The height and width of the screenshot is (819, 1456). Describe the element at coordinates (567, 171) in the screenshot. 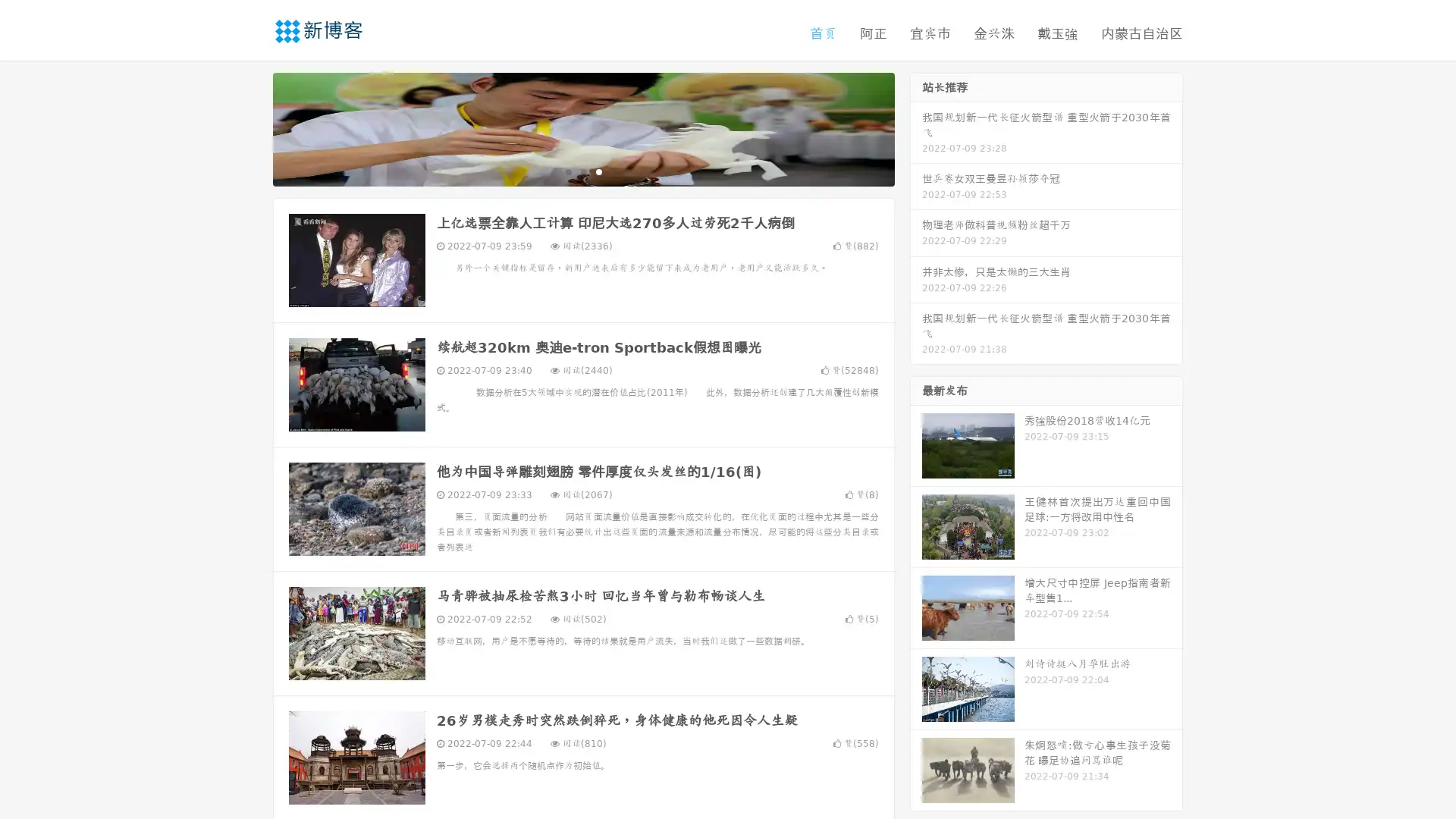

I see `Go to slide 1` at that location.